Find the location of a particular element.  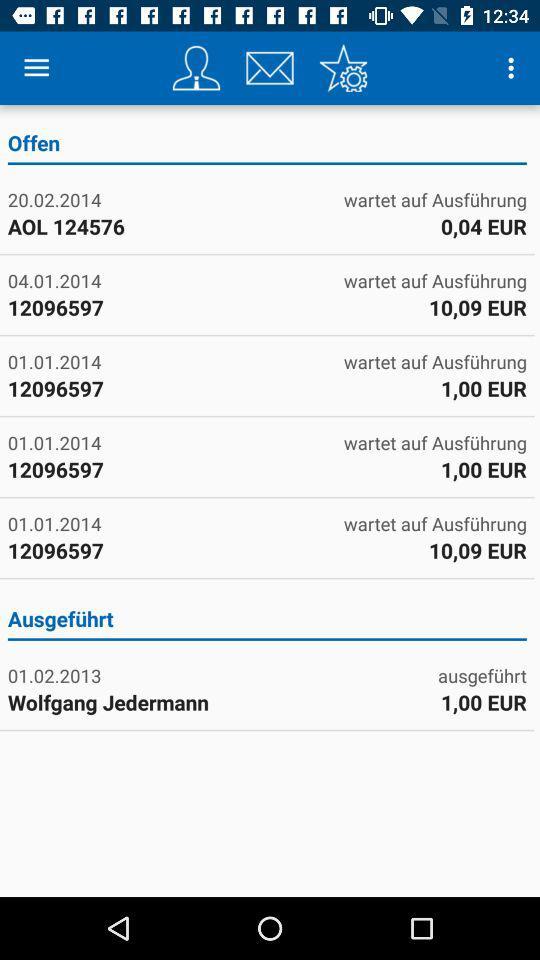

the item above offen icon is located at coordinates (36, 68).